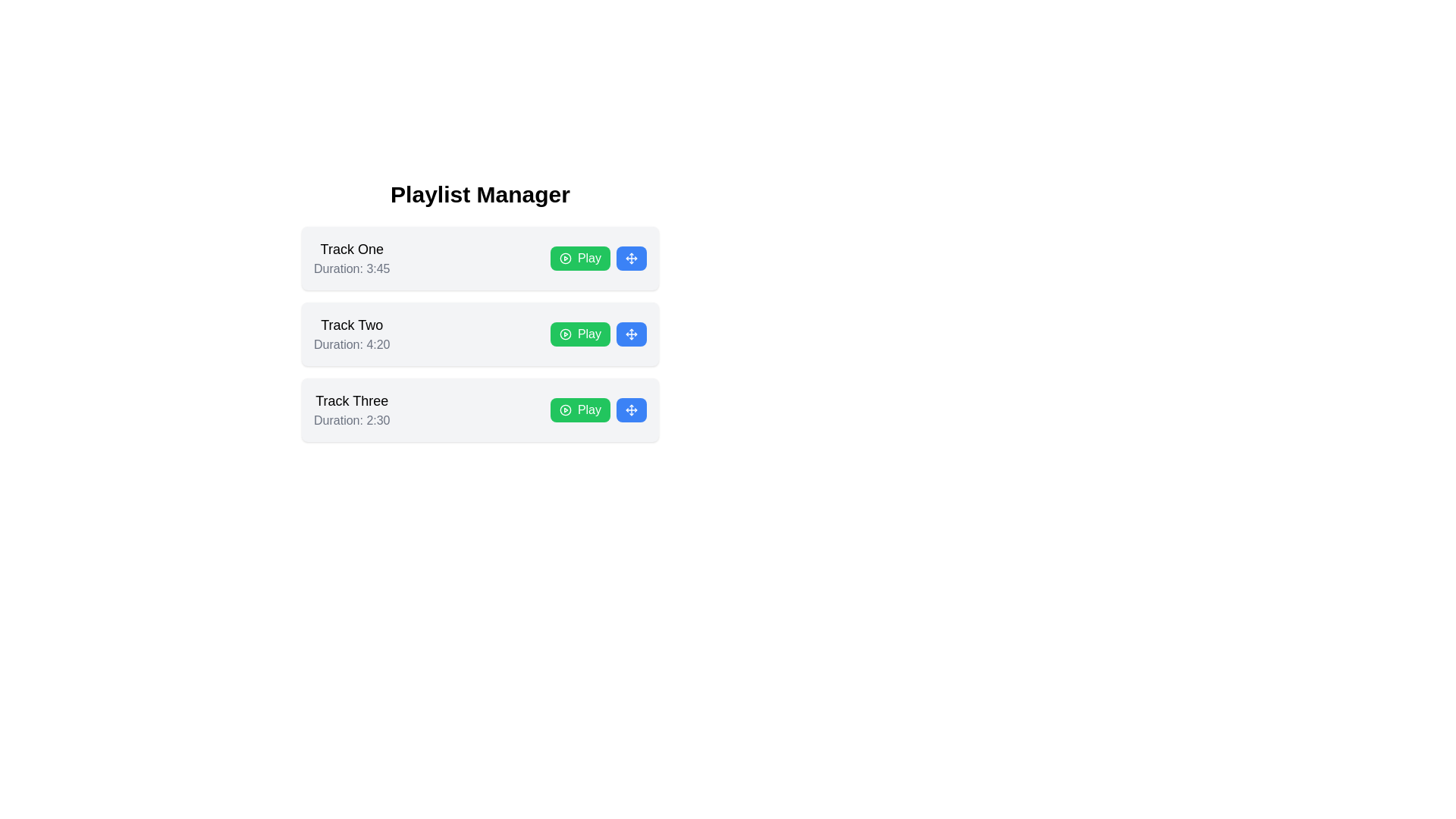 Image resolution: width=1456 pixels, height=819 pixels. Describe the element at coordinates (479, 311) in the screenshot. I see `the track names within the 'Playlist Manager' section, which contains a vertical list of tracks with interactive options` at that location.